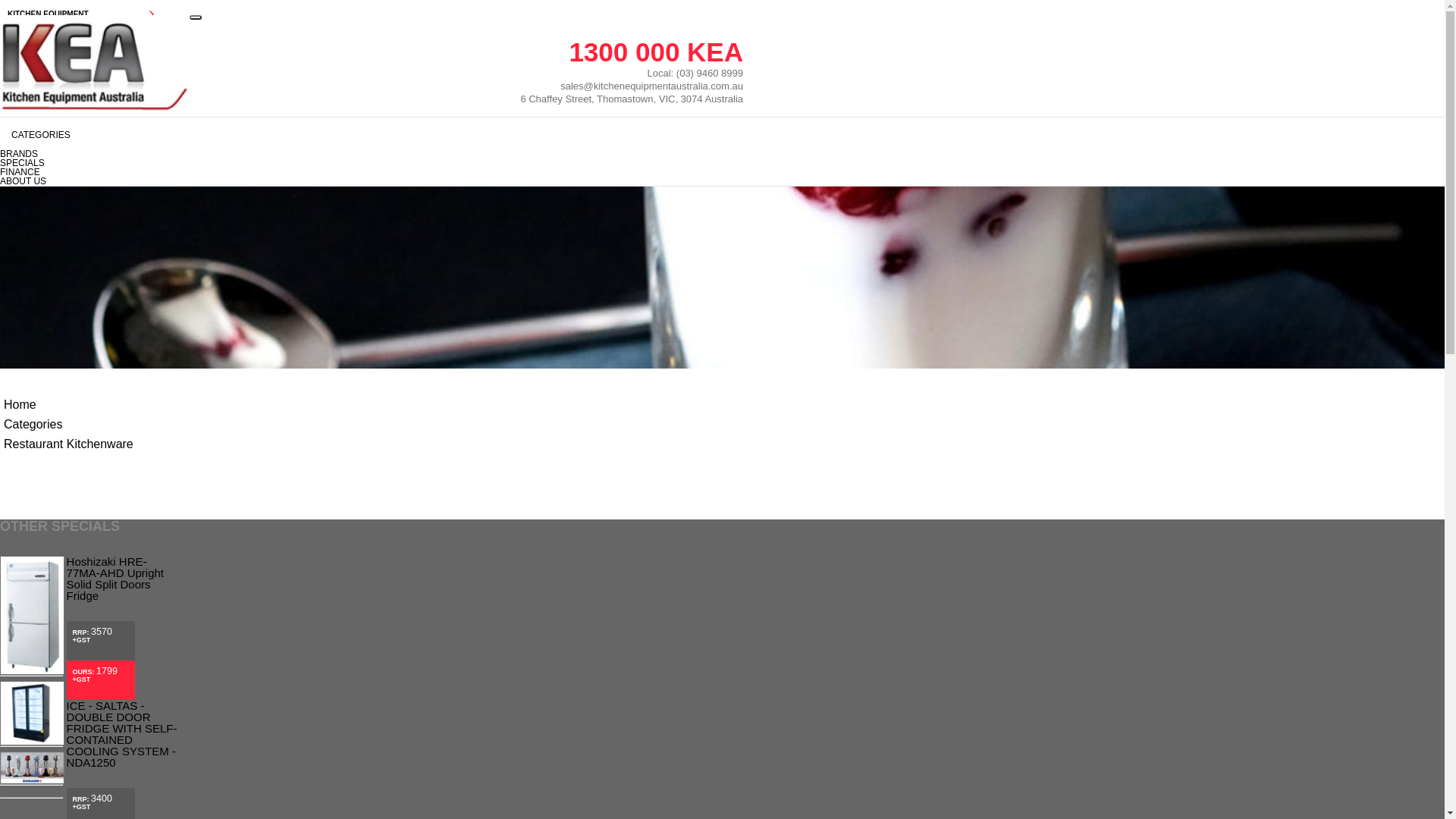 Image resolution: width=1456 pixels, height=819 pixels. Describe the element at coordinates (83, 635) in the screenshot. I see `'FINANCE'` at that location.